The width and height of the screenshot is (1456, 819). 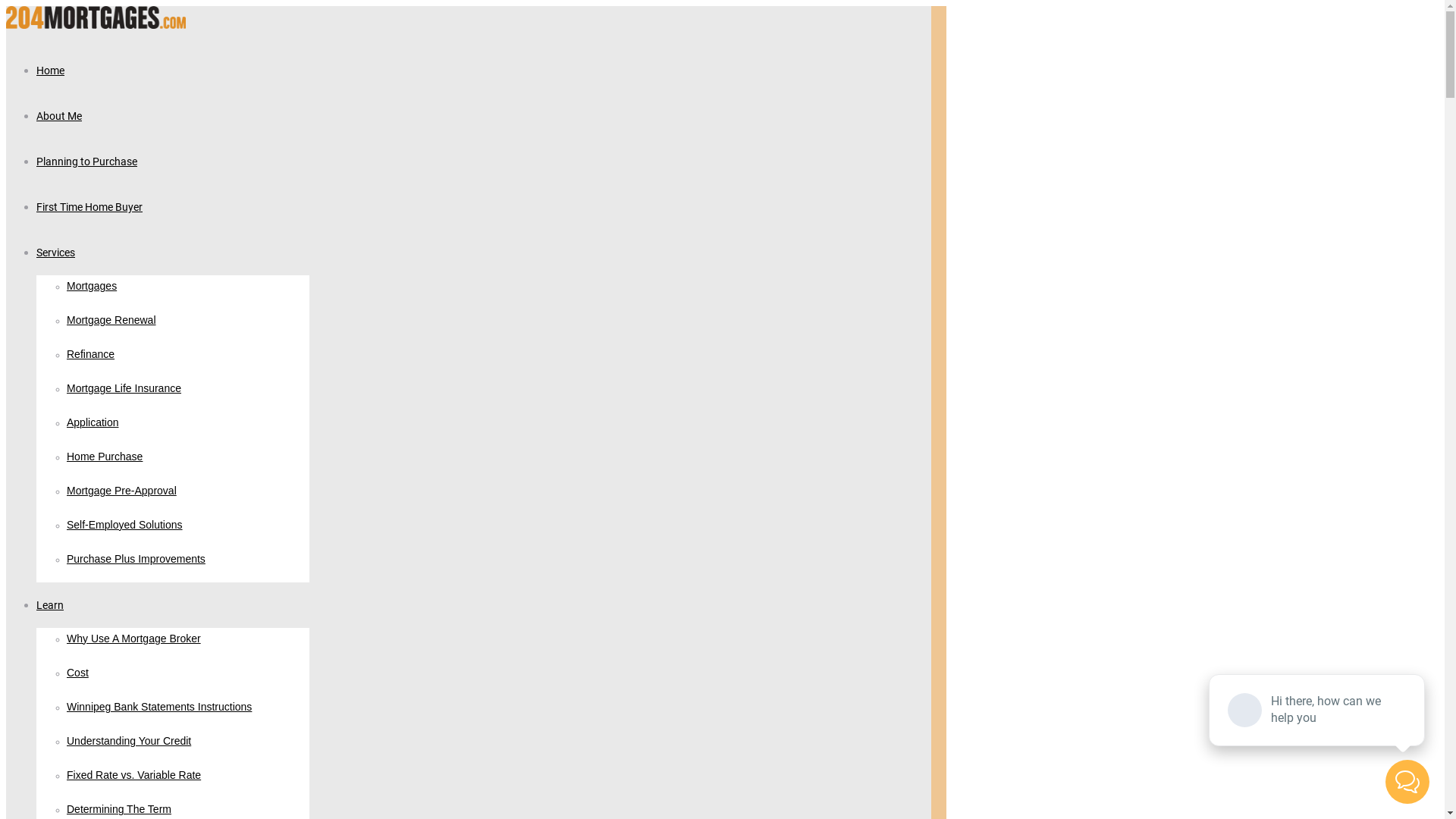 I want to click on 'Refinance', so click(x=89, y=354).